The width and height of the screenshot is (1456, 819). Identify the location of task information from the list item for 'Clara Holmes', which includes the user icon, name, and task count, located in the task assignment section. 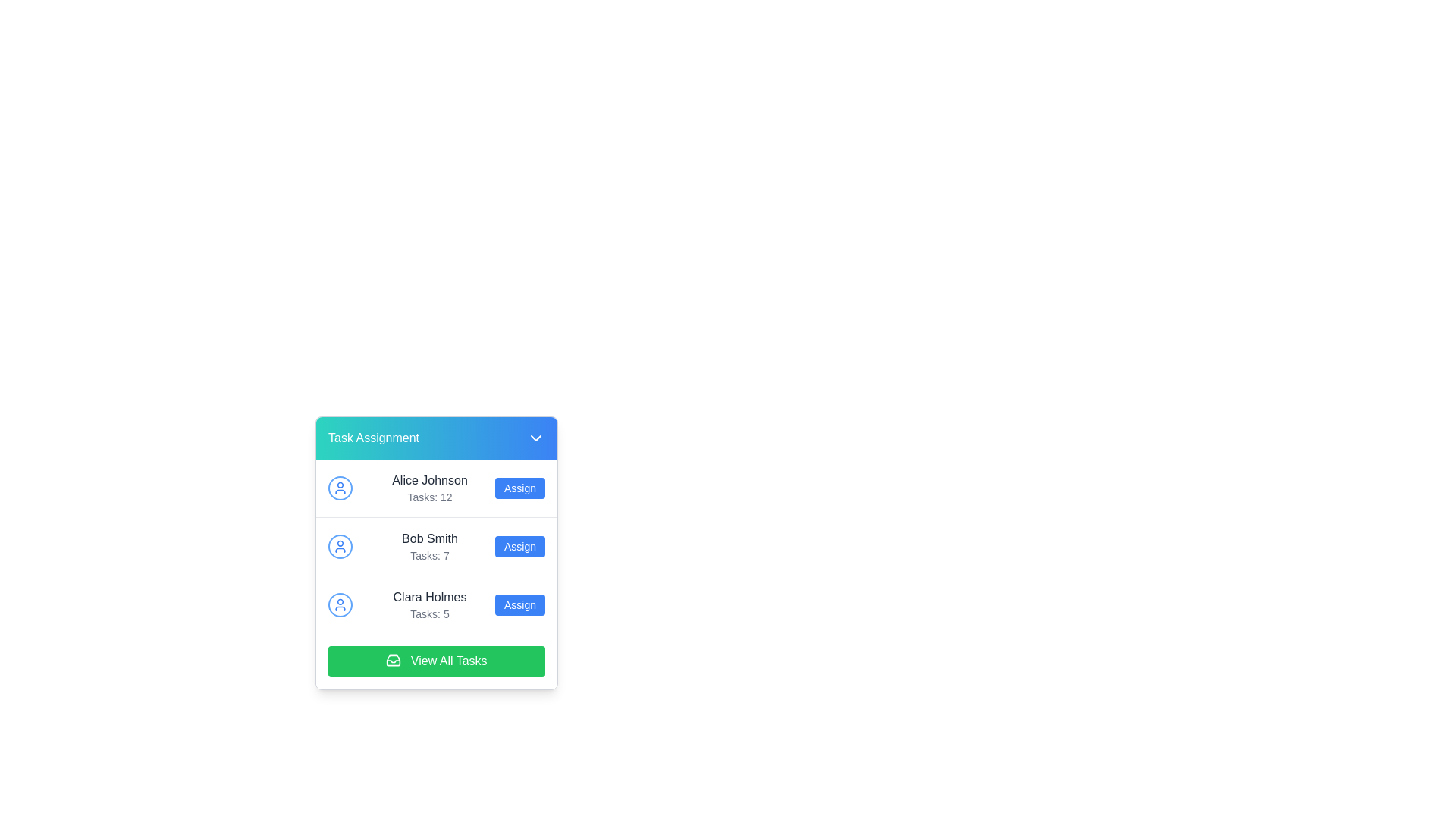
(436, 604).